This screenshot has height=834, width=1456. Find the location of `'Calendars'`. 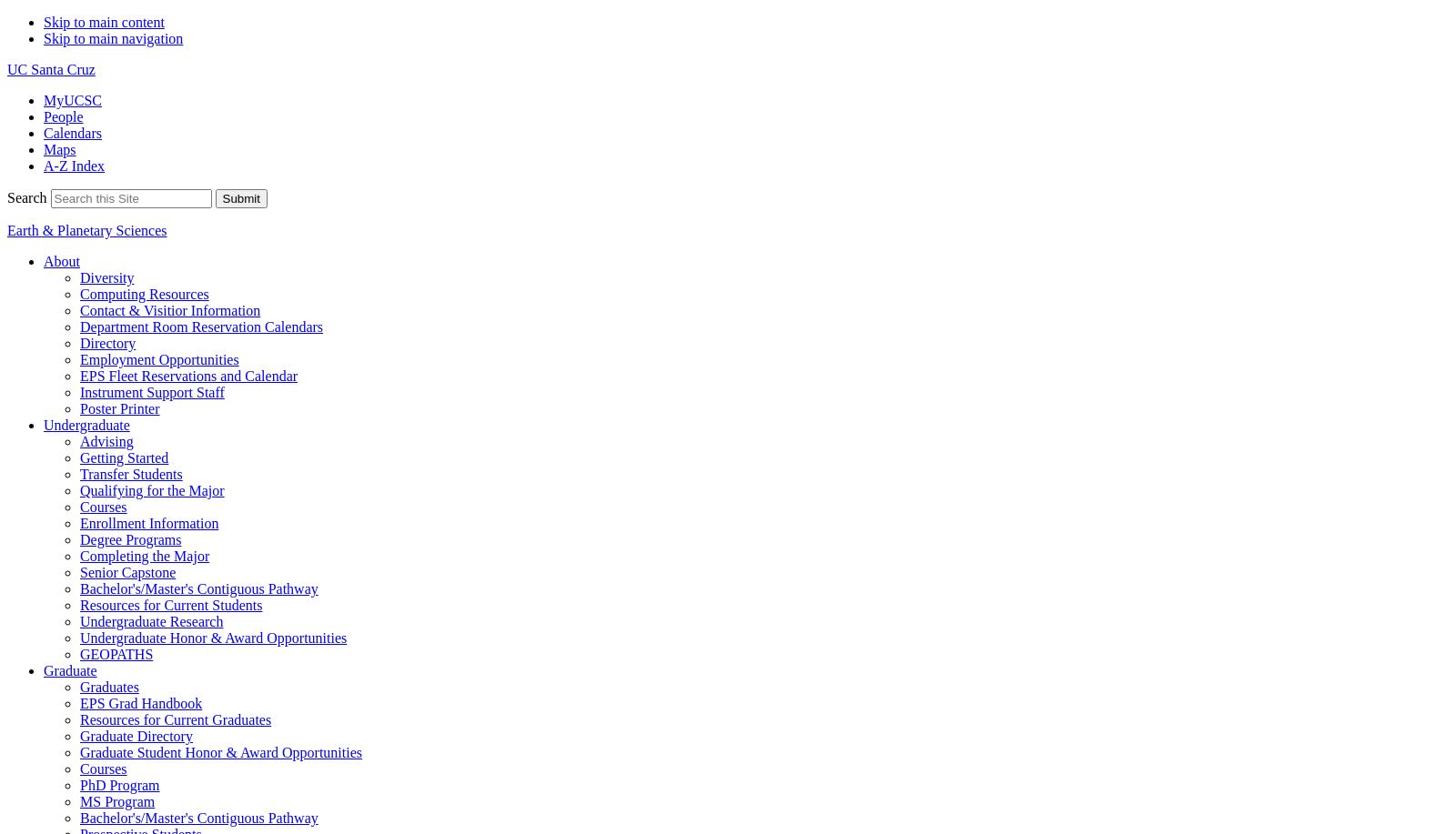

'Calendars' is located at coordinates (71, 133).